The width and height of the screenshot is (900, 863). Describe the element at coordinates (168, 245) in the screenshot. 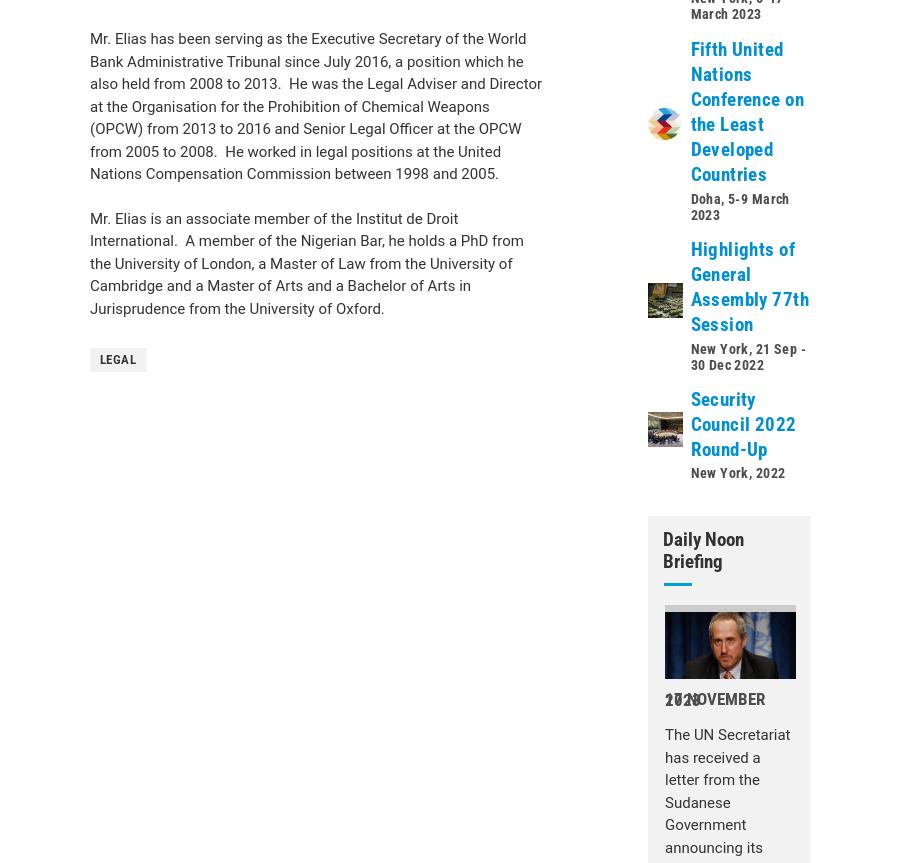

I see `'General Assembly'` at that location.